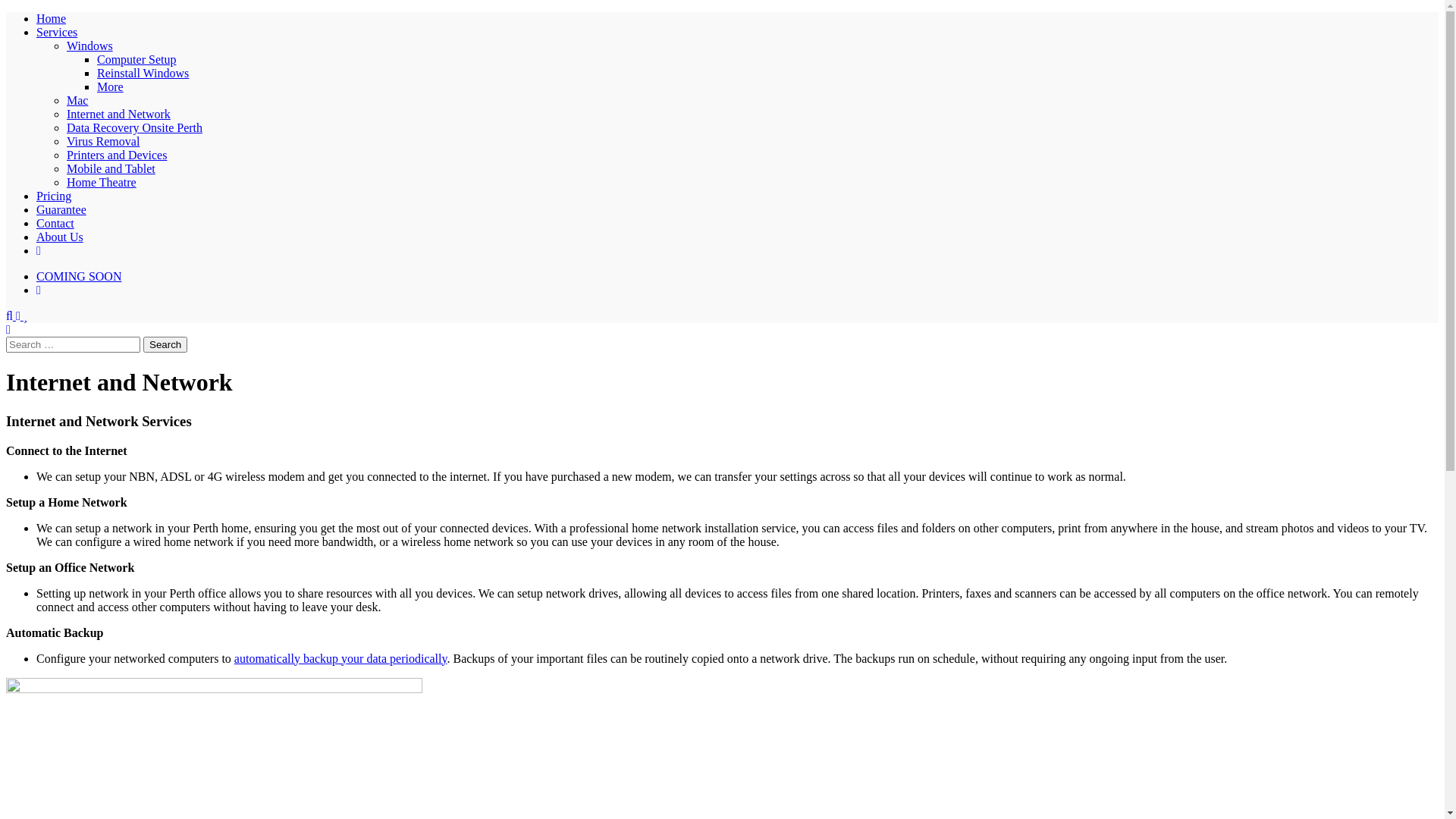 This screenshot has width=1456, height=819. What do you see at coordinates (65, 100) in the screenshot?
I see `'Mac'` at bounding box center [65, 100].